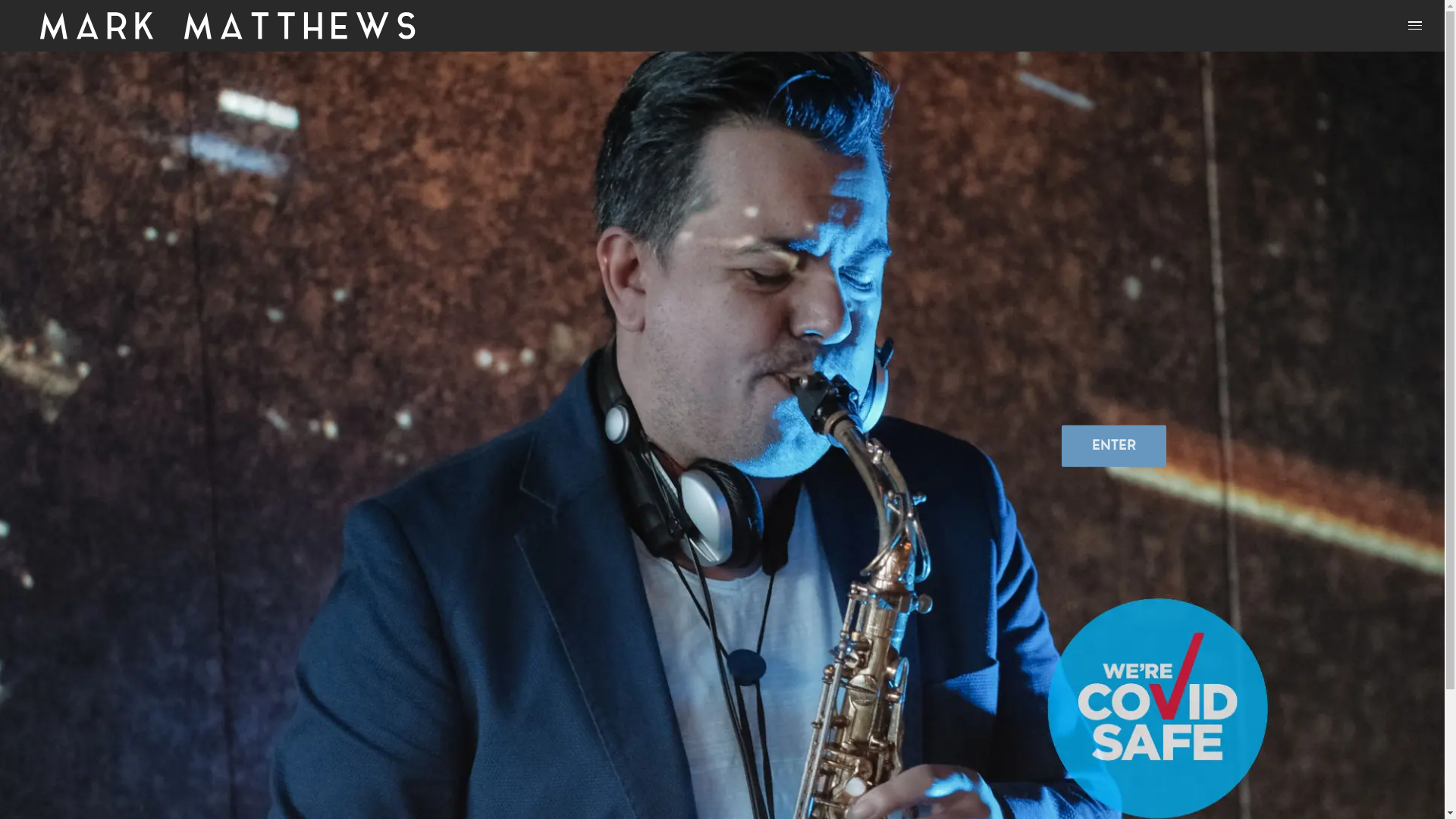 The width and height of the screenshot is (1456, 819). What do you see at coordinates (1113, 445) in the screenshot?
I see `'ENTER'` at bounding box center [1113, 445].